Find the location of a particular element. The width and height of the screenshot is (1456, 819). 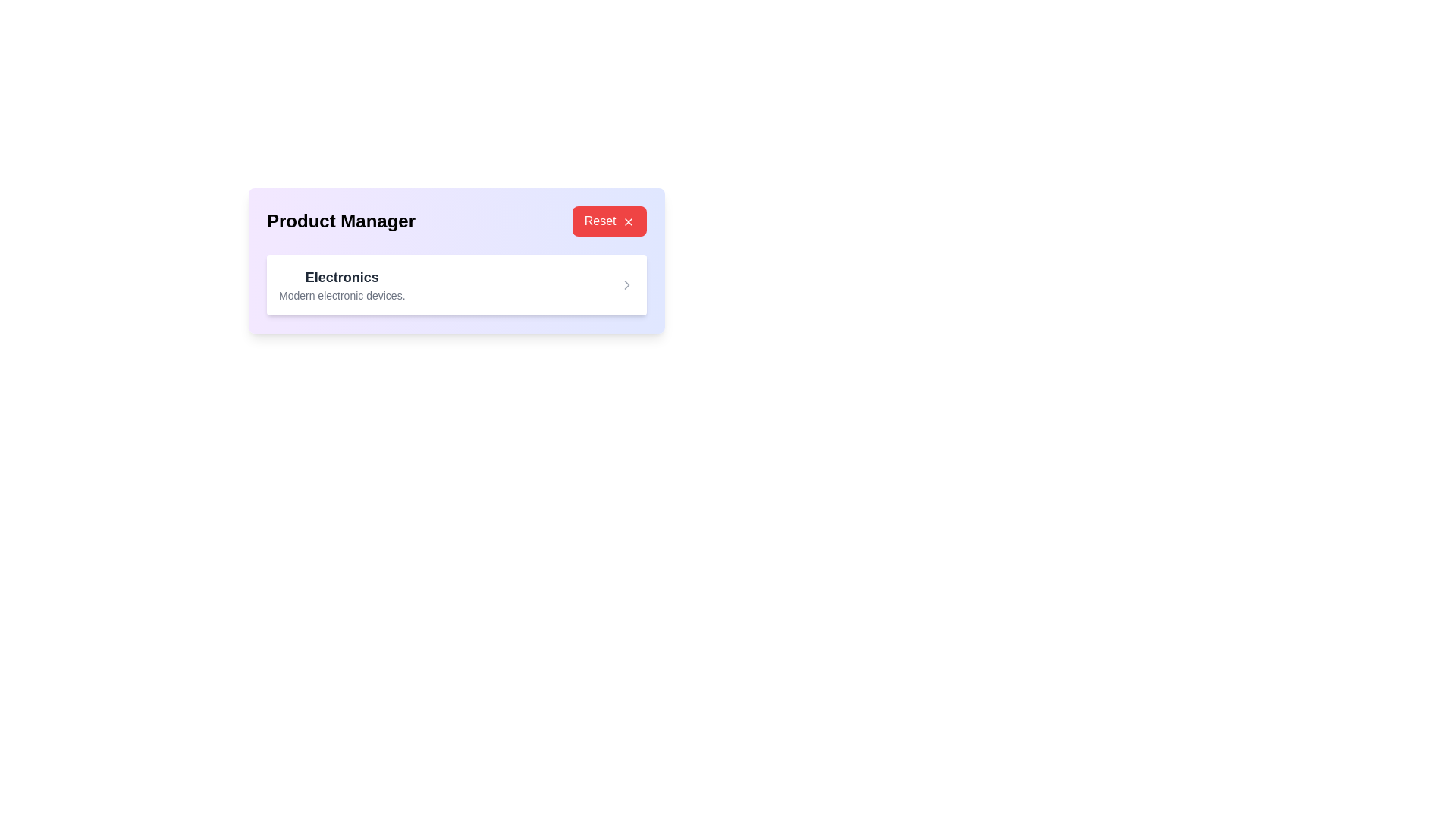

the static text label displaying 'Product Manager', which is styled in a large bold font on a light purple background, located at the top left of a card structure, aligned vertically with the 'Reset' button is located at coordinates (340, 221).